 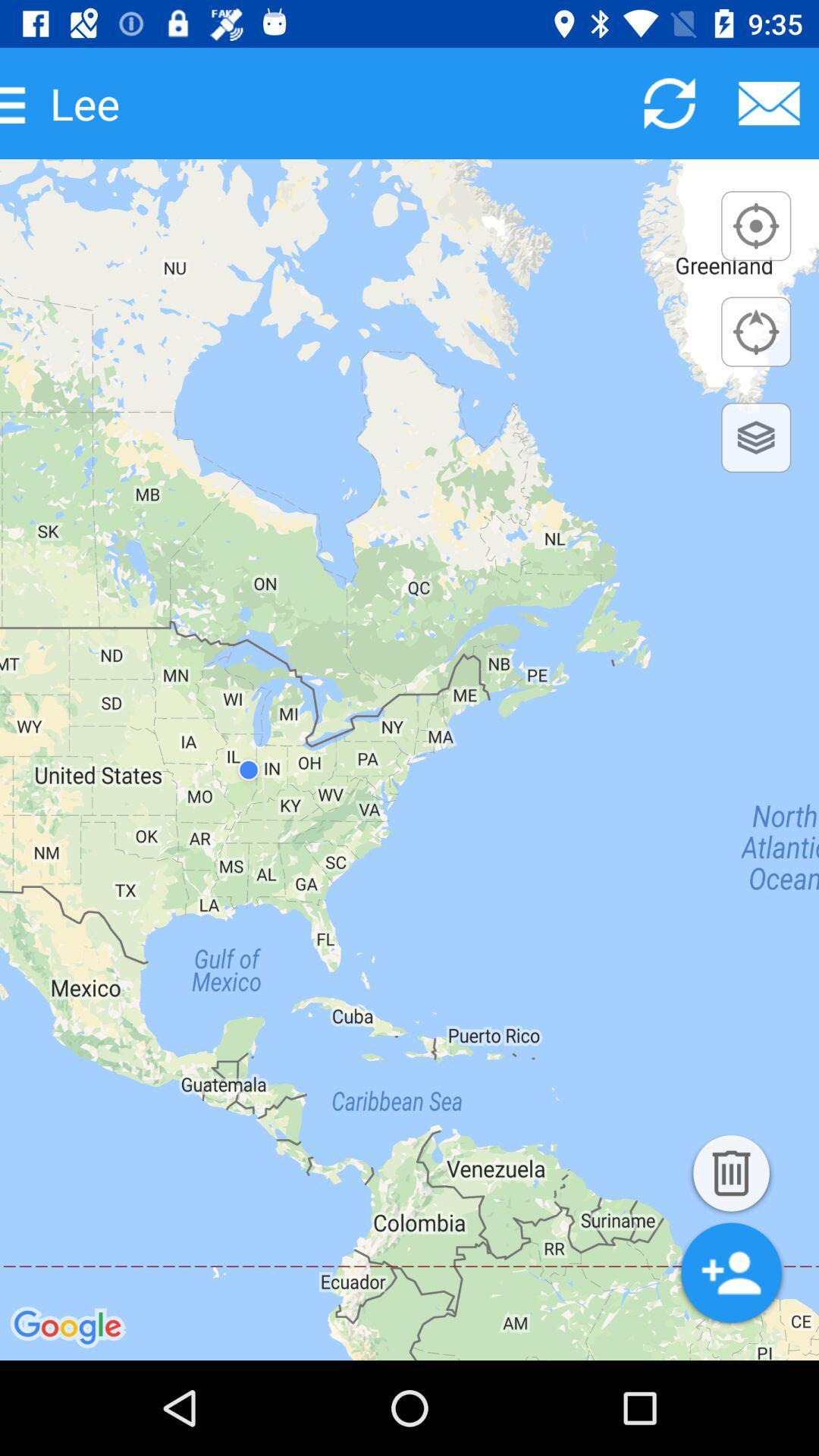 What do you see at coordinates (669, 102) in the screenshot?
I see `the refresh icon` at bounding box center [669, 102].